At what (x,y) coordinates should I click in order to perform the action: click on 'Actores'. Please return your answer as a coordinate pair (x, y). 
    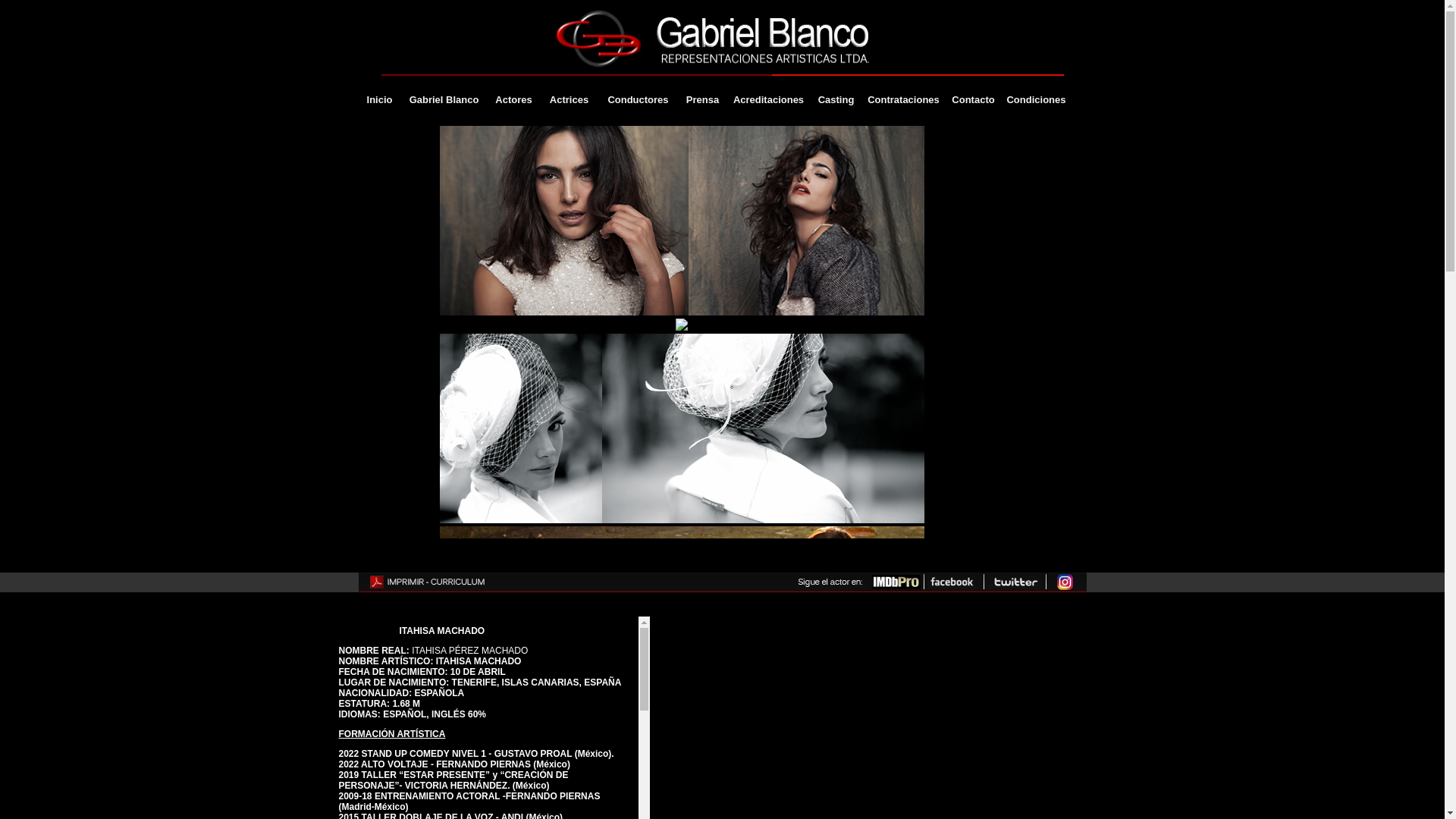
    Looking at the image, I should click on (513, 99).